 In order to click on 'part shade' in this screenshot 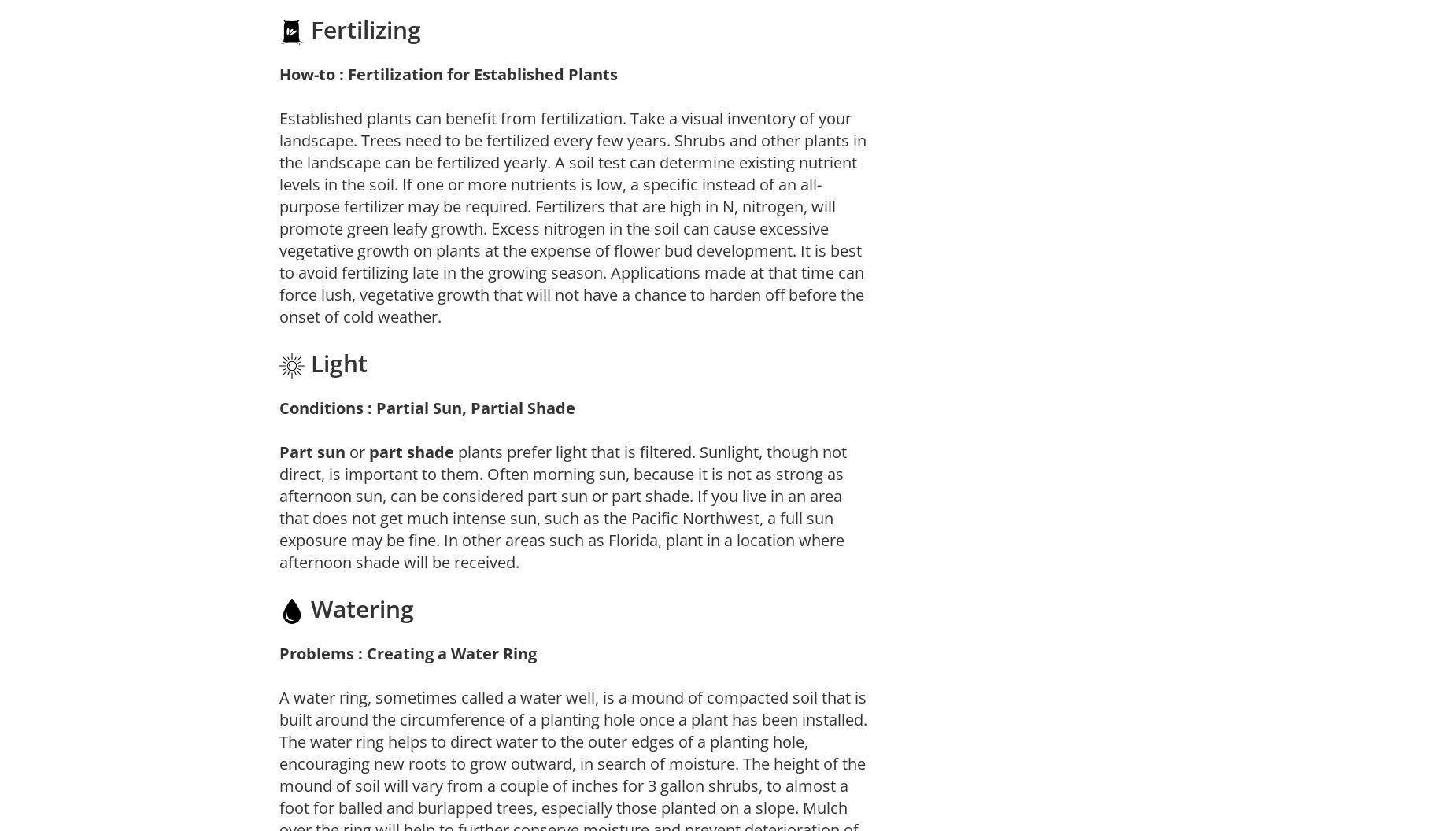, I will do `click(409, 451)`.